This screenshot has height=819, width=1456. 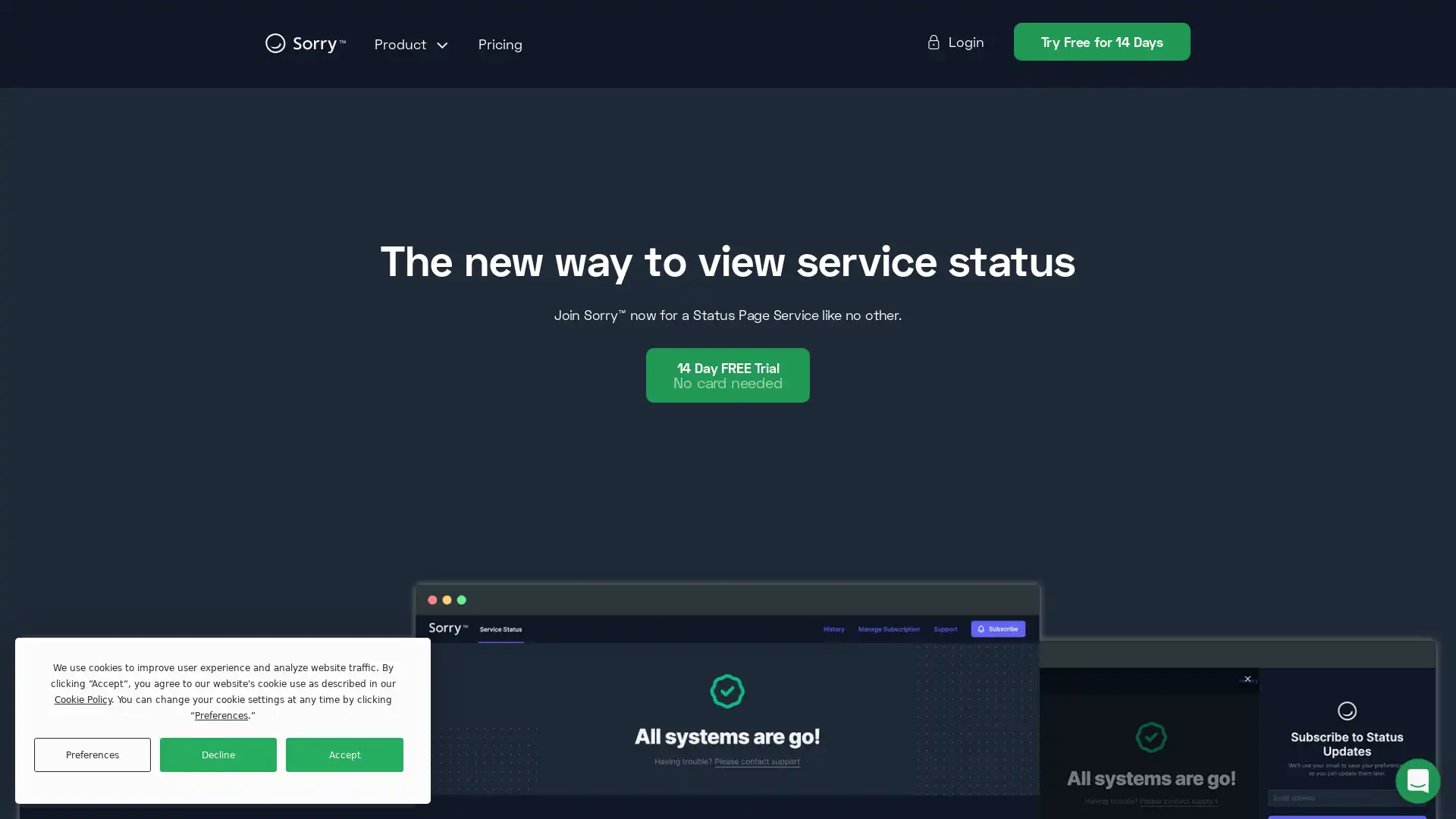 What do you see at coordinates (1417, 780) in the screenshot?
I see `Open Intercom Messenger` at bounding box center [1417, 780].